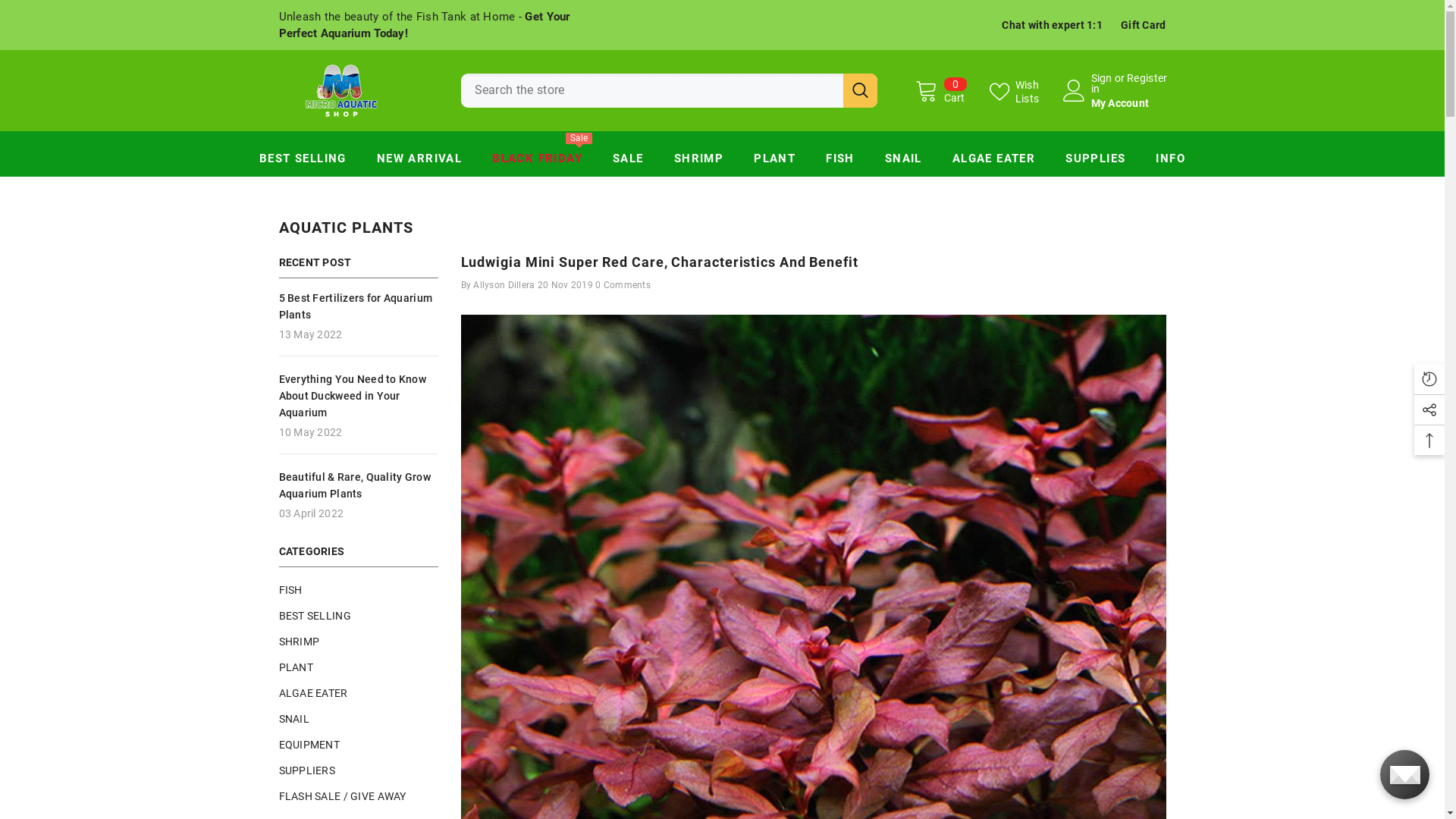 Image resolution: width=1456 pixels, height=819 pixels. I want to click on 'Register', so click(1127, 83).